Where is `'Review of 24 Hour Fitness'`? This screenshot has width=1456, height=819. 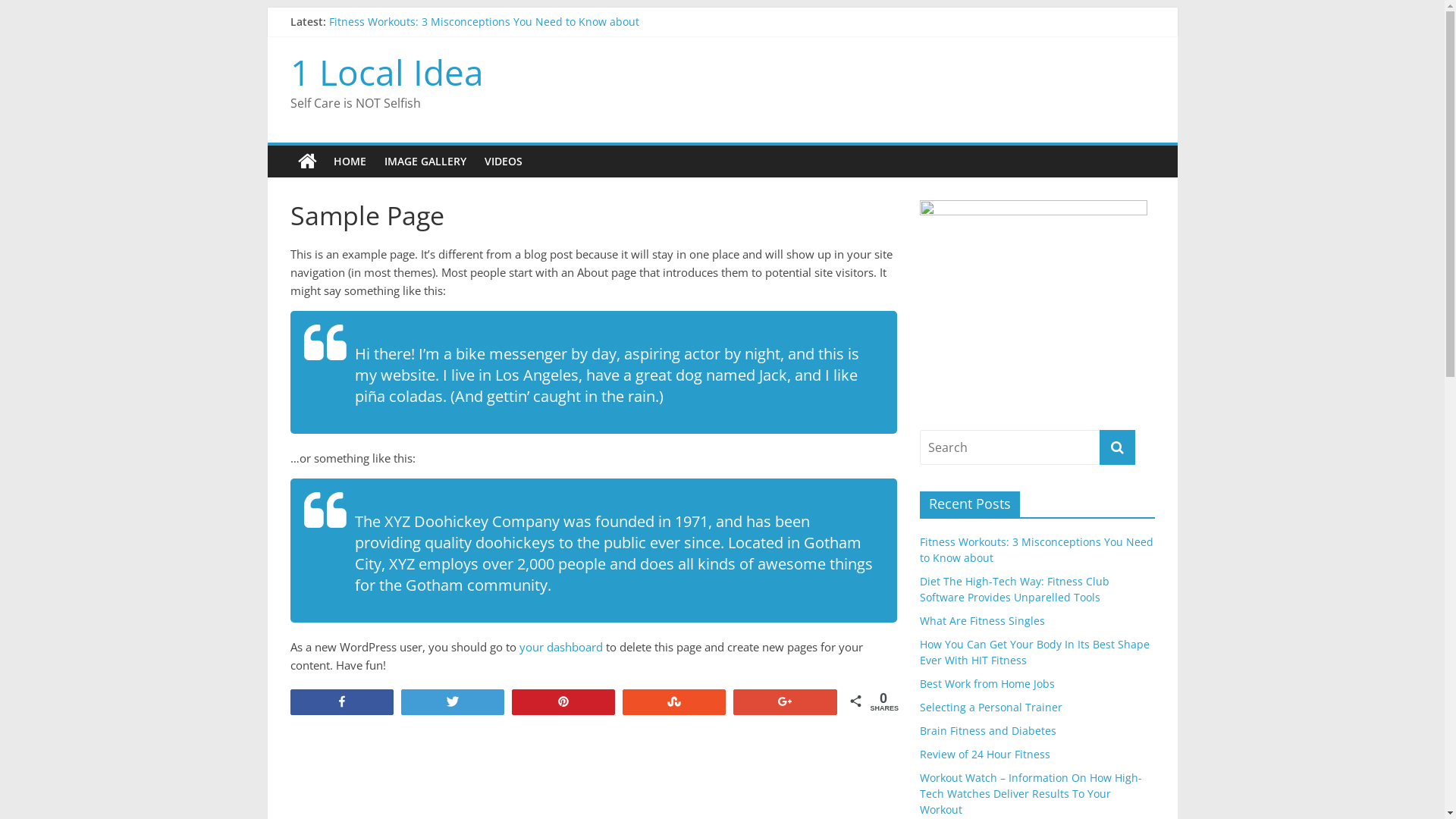
'Review of 24 Hour Fitness' is located at coordinates (984, 754).